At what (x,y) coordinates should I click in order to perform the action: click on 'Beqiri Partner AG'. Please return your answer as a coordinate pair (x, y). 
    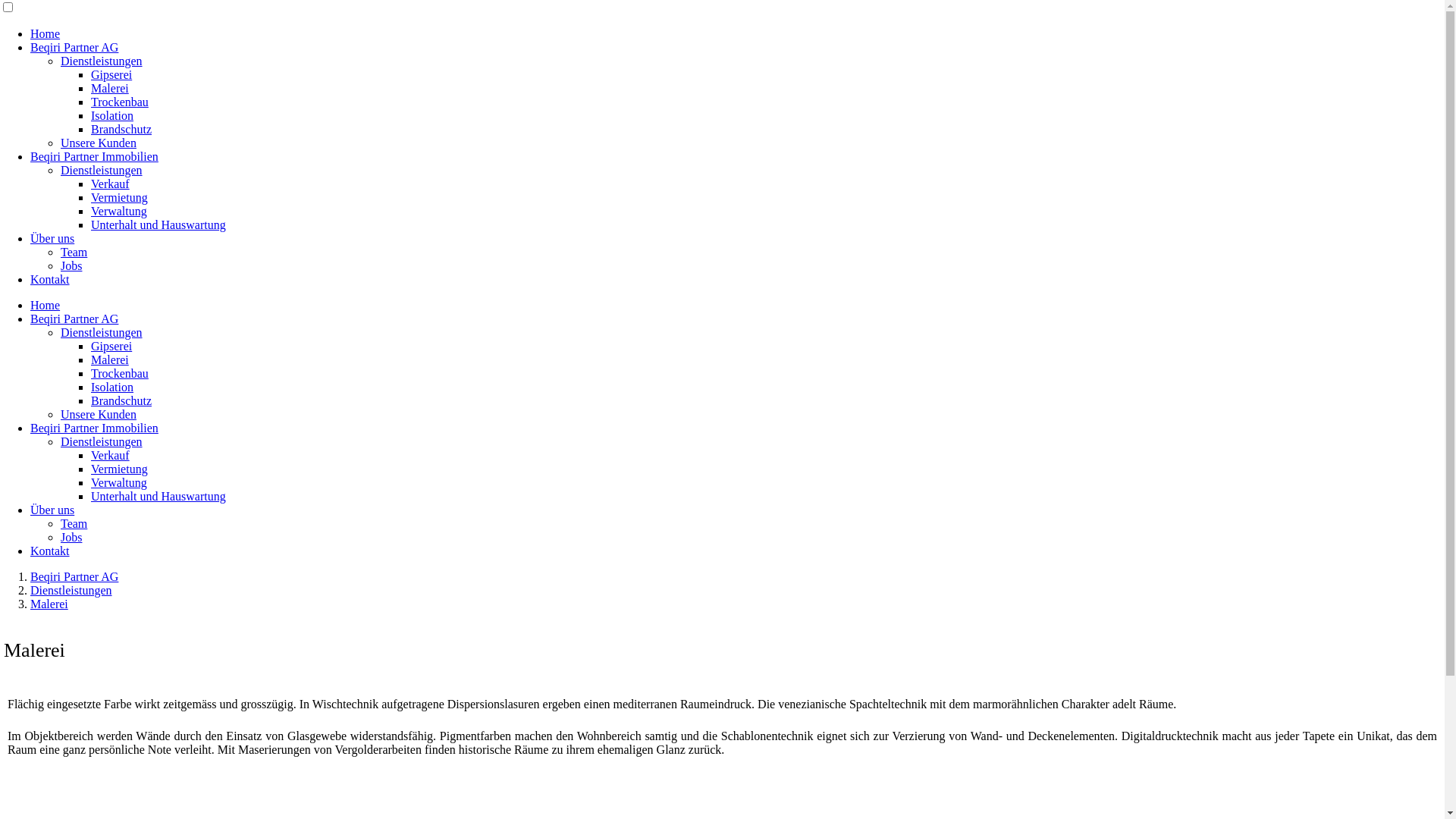
    Looking at the image, I should click on (73, 46).